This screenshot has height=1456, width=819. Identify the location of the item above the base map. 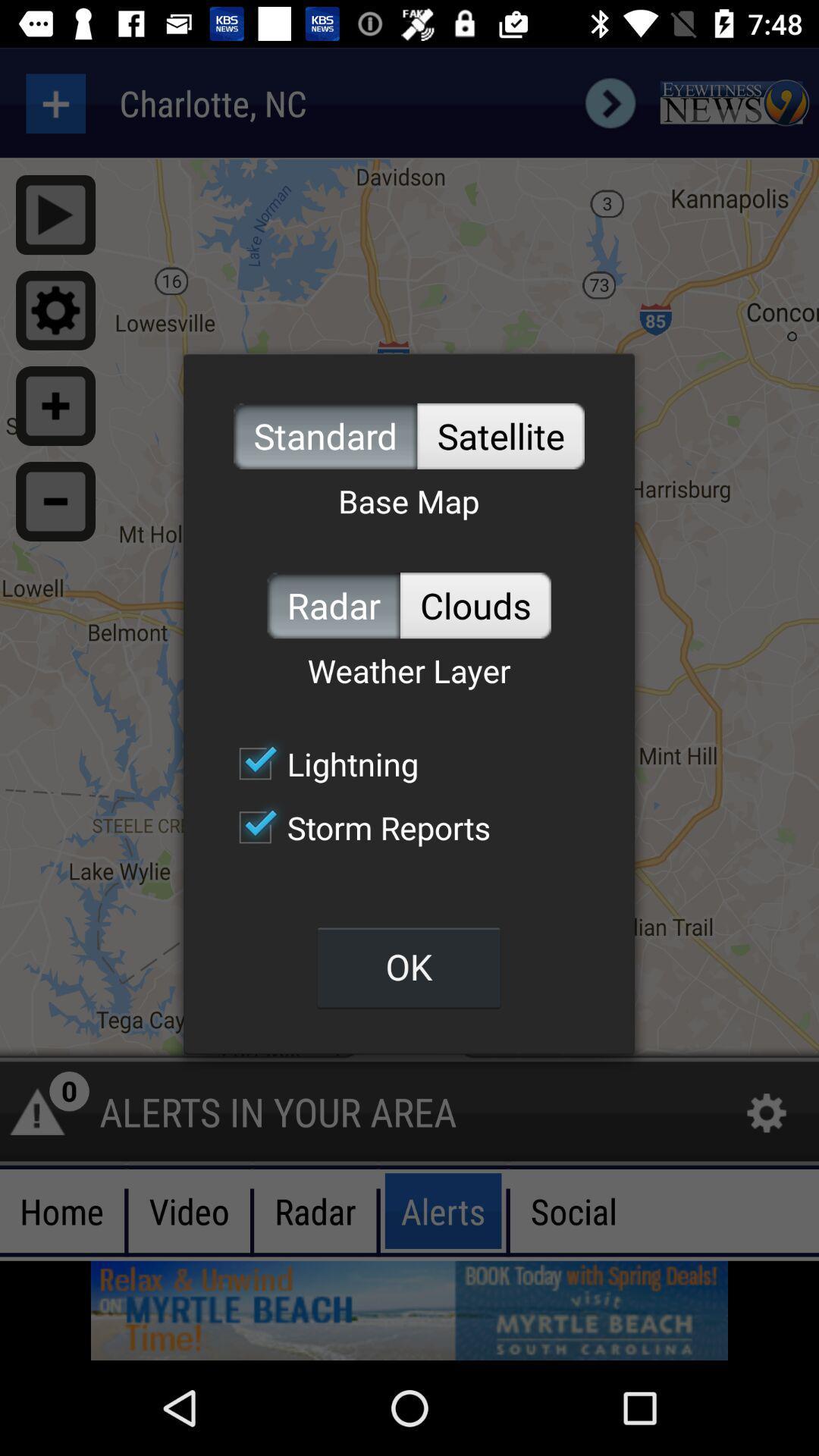
(500, 435).